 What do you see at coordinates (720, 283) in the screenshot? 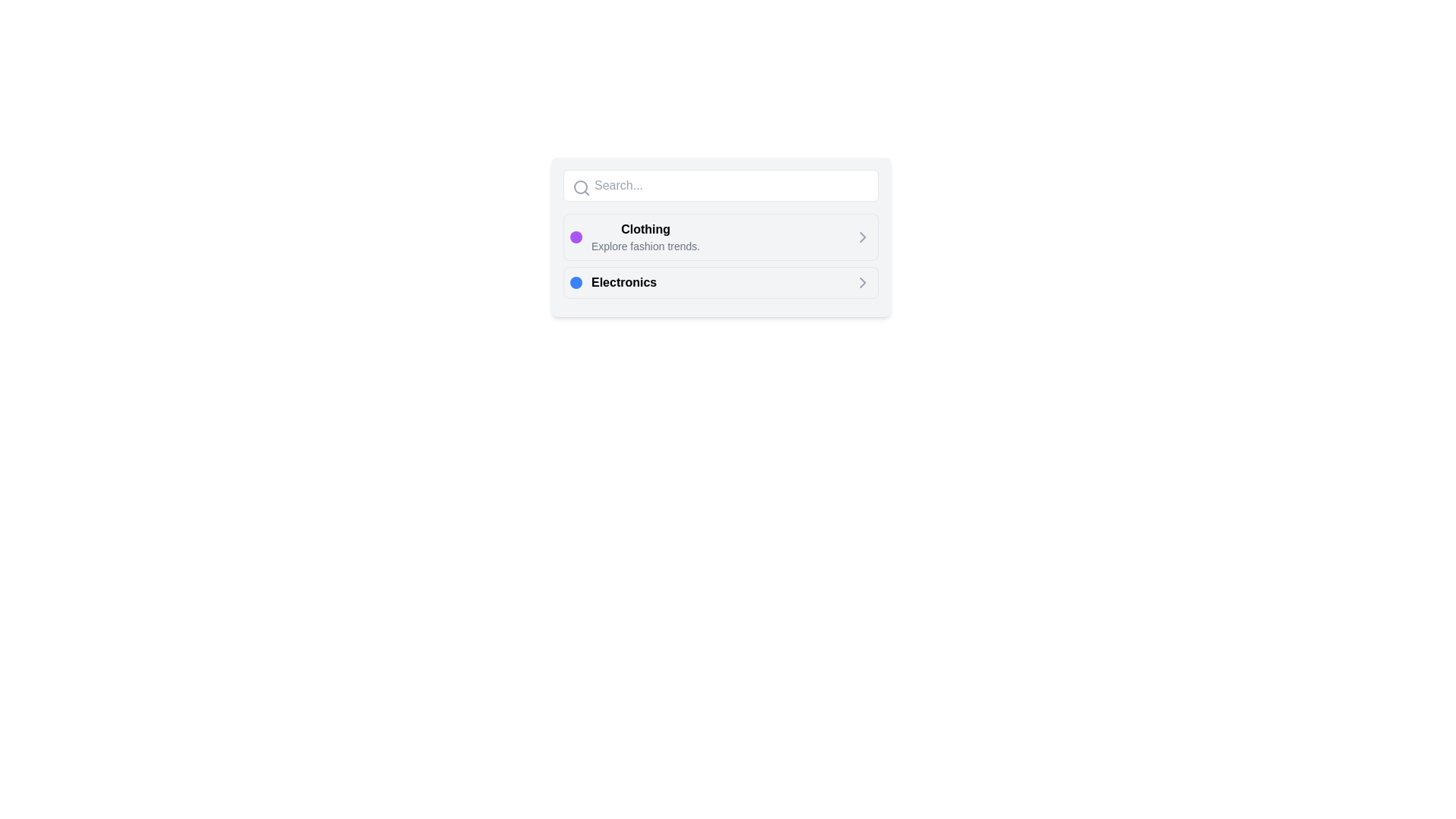
I see `the 'Electronics' navigation link located below the 'Clothing' category` at bounding box center [720, 283].